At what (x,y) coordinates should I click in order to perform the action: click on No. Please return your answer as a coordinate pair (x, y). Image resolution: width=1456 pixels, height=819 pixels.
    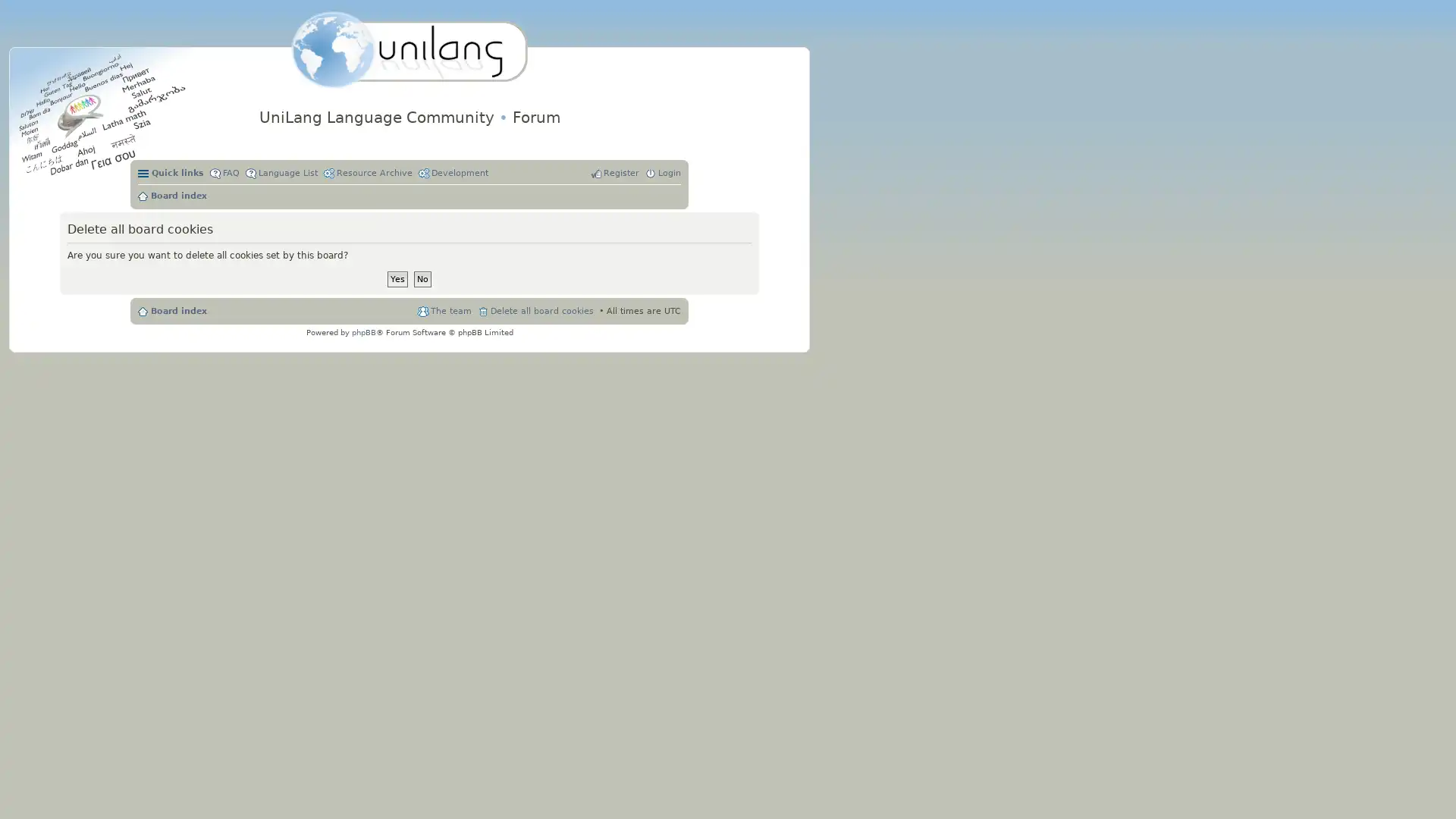
    Looking at the image, I should click on (422, 279).